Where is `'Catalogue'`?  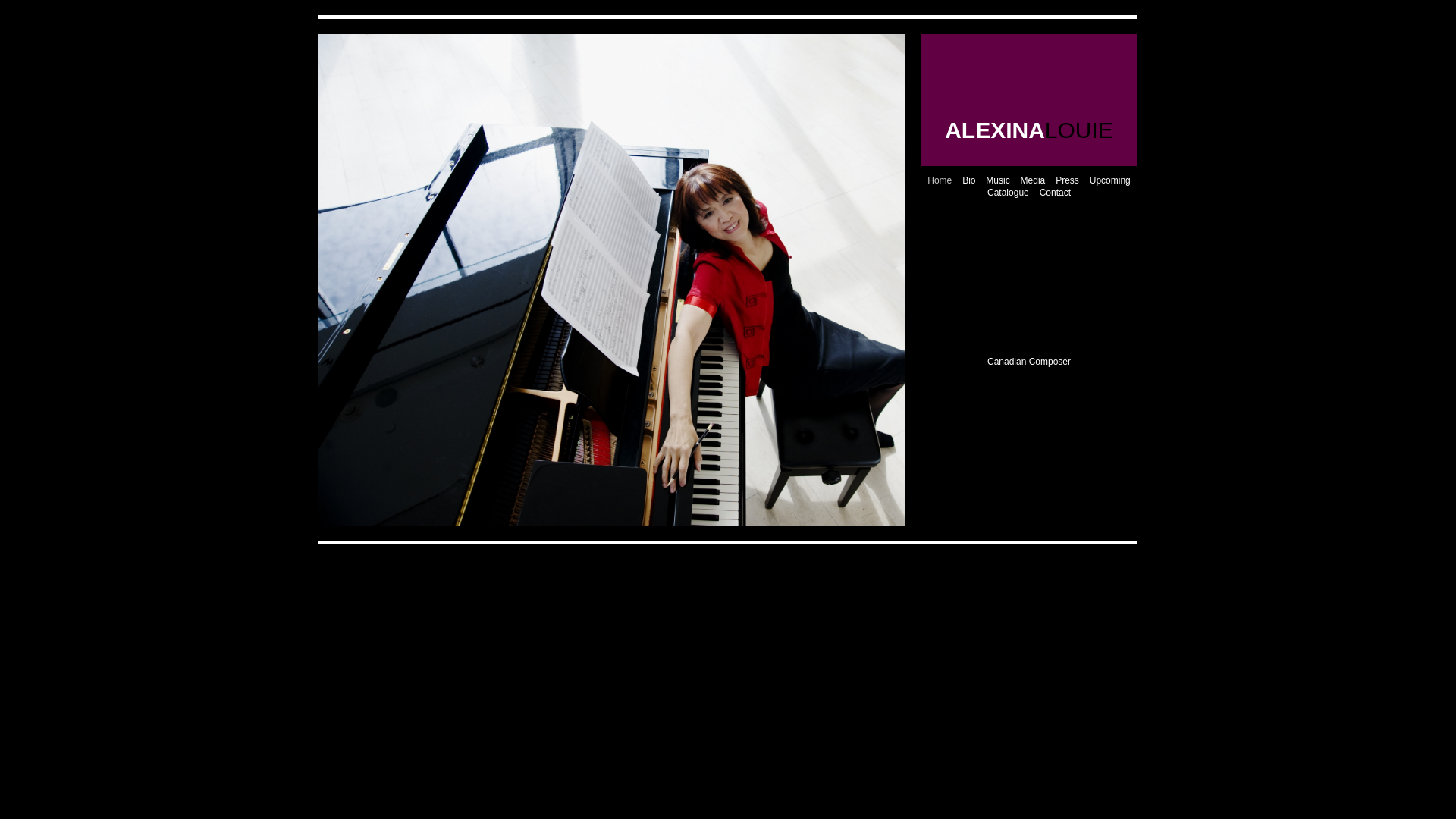 'Catalogue' is located at coordinates (1008, 192).